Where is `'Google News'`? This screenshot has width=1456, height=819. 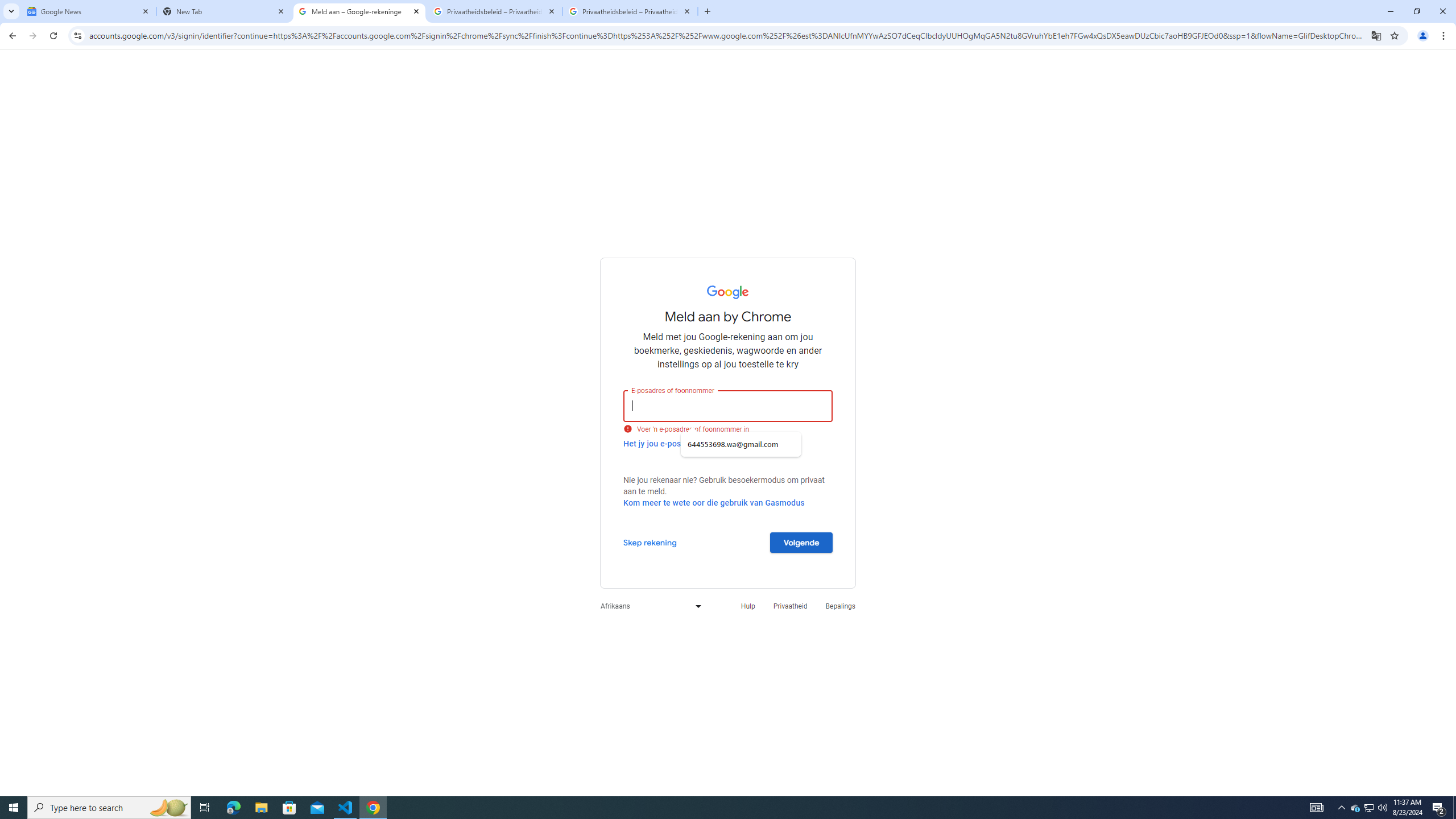
'Google News' is located at coordinates (88, 11).